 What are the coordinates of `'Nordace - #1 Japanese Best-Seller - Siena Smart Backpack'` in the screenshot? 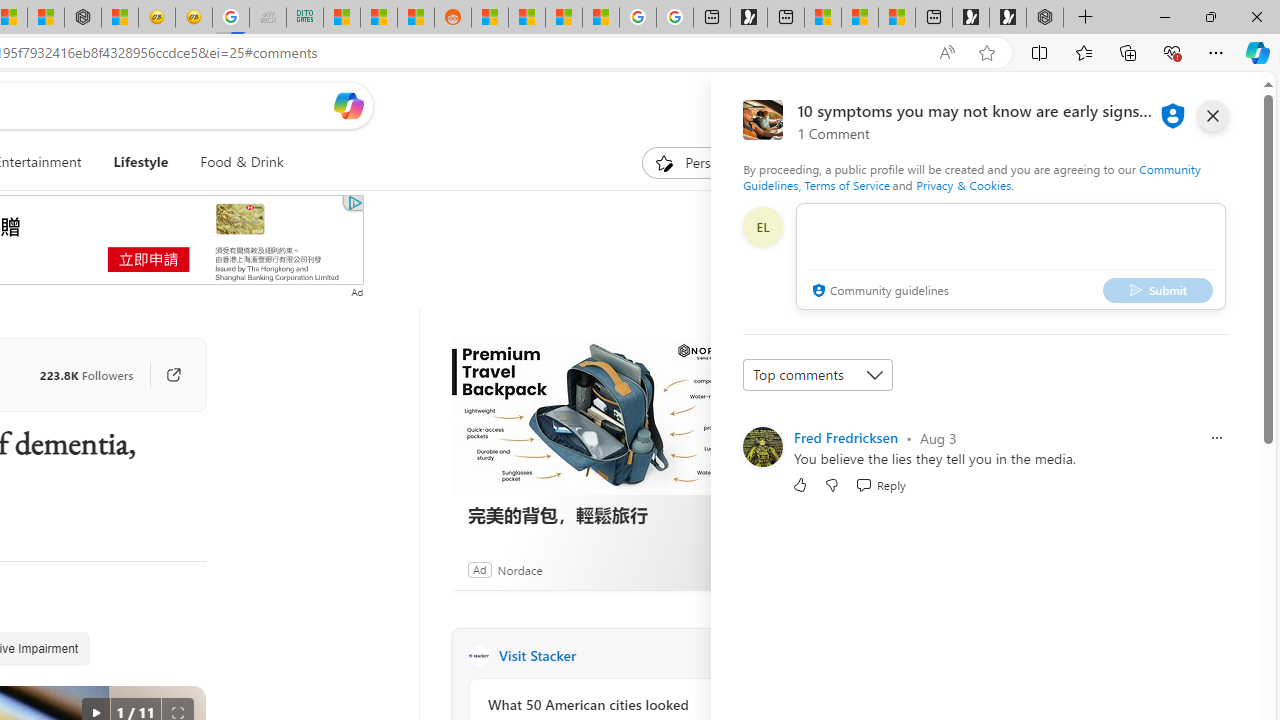 It's located at (82, 17).